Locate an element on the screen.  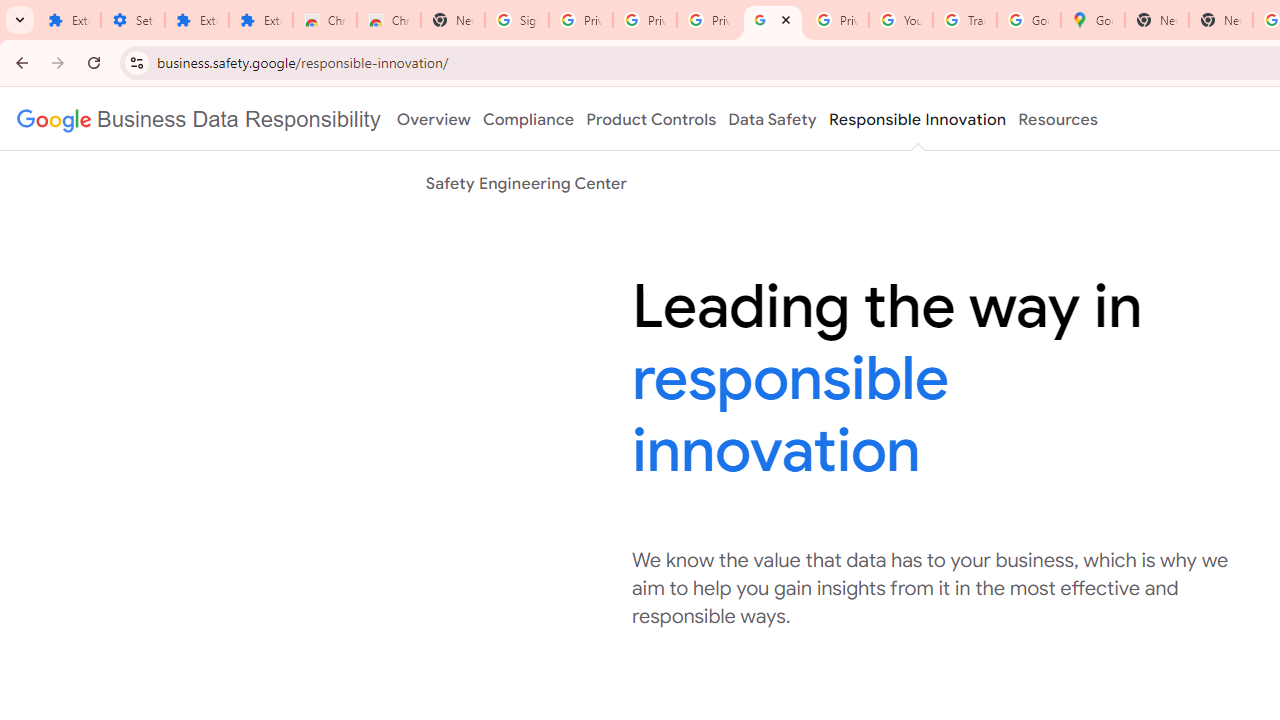
'Sign in - Google Accounts' is located at coordinates (517, 20).